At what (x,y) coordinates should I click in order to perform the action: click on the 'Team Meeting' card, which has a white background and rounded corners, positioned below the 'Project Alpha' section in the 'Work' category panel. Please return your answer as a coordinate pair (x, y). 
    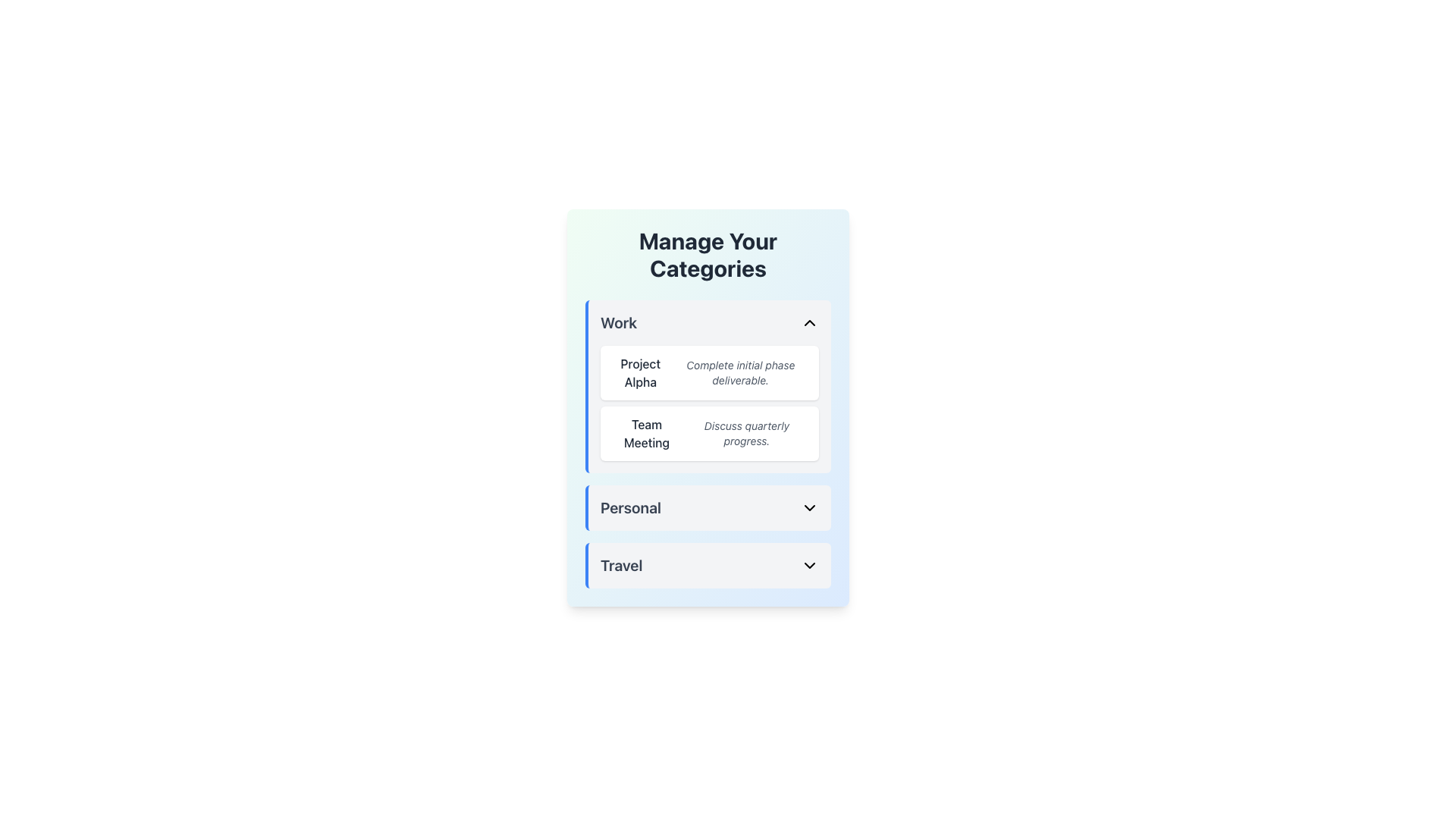
    Looking at the image, I should click on (709, 433).